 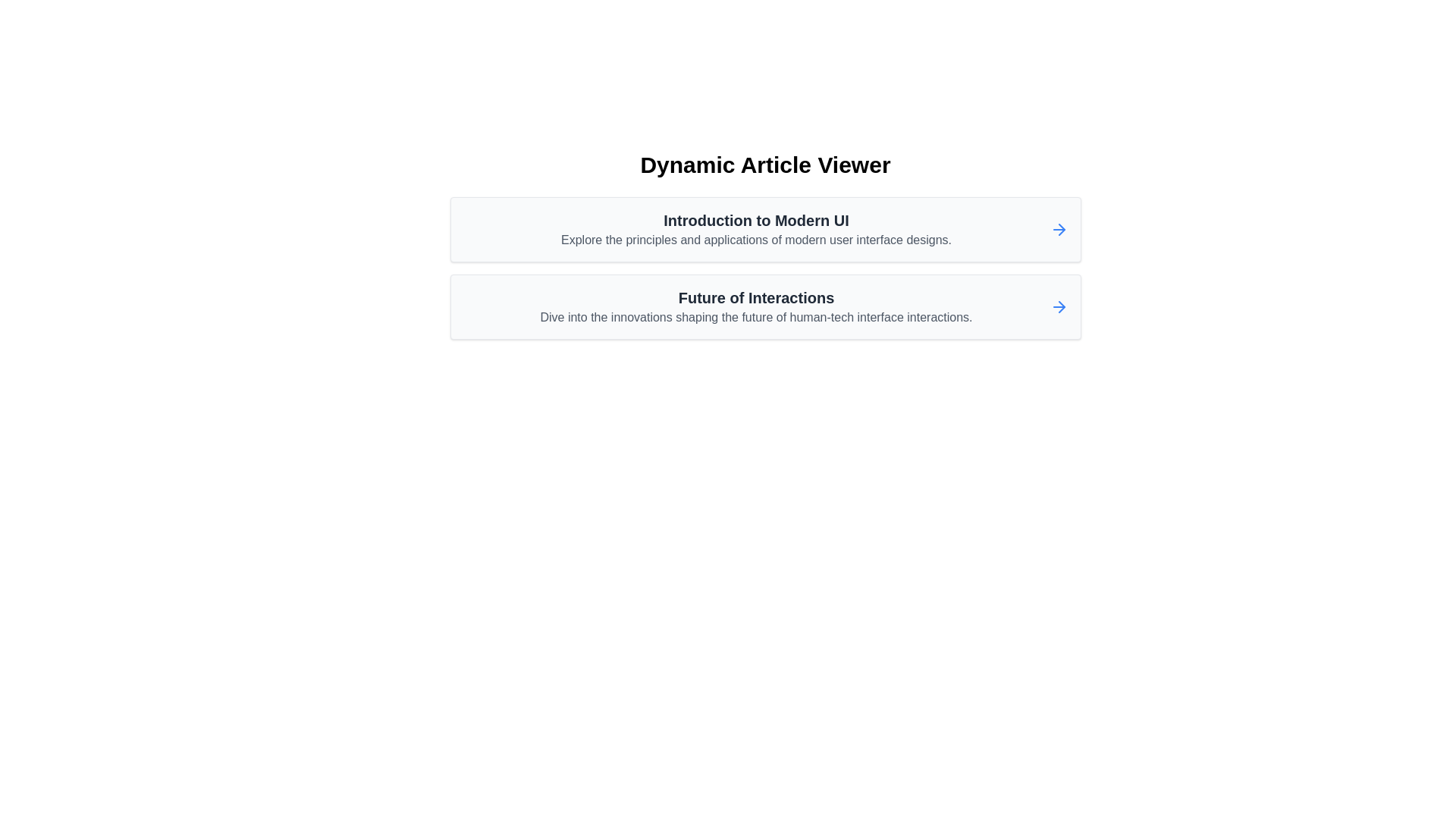 I want to click on the informational text block that displays the title and description of an article, located centrally below the main header 'Dynamic Article Viewer.', so click(x=756, y=230).